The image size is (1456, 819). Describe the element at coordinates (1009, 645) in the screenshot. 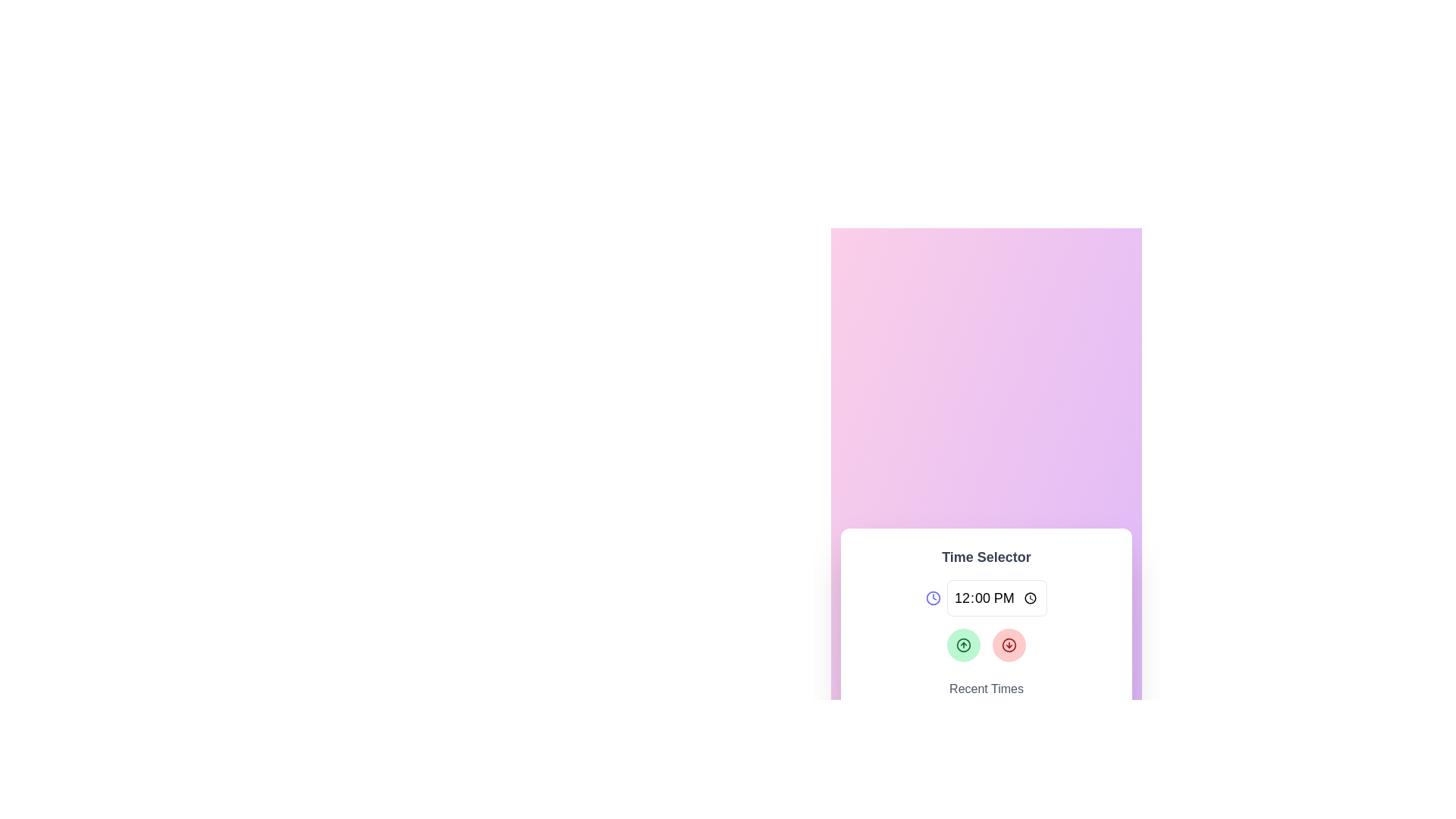

I see `the central circular part of the downward arrow icon located in the lower-right quadrant of the interface, just above the 'Recent Times' label` at that location.